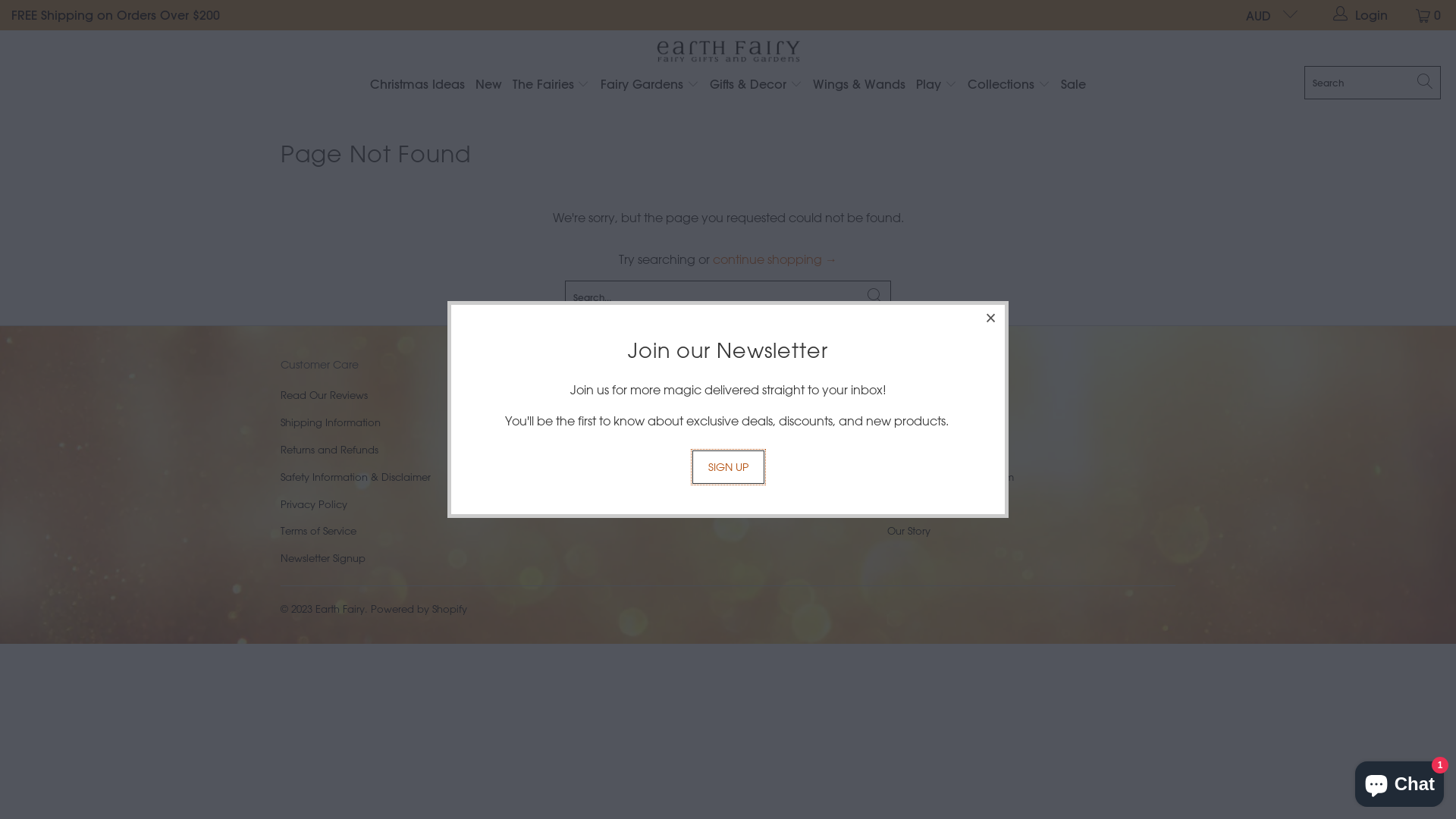 The width and height of the screenshot is (1456, 819). Describe the element at coordinates (1361, 14) in the screenshot. I see `'Login'` at that location.